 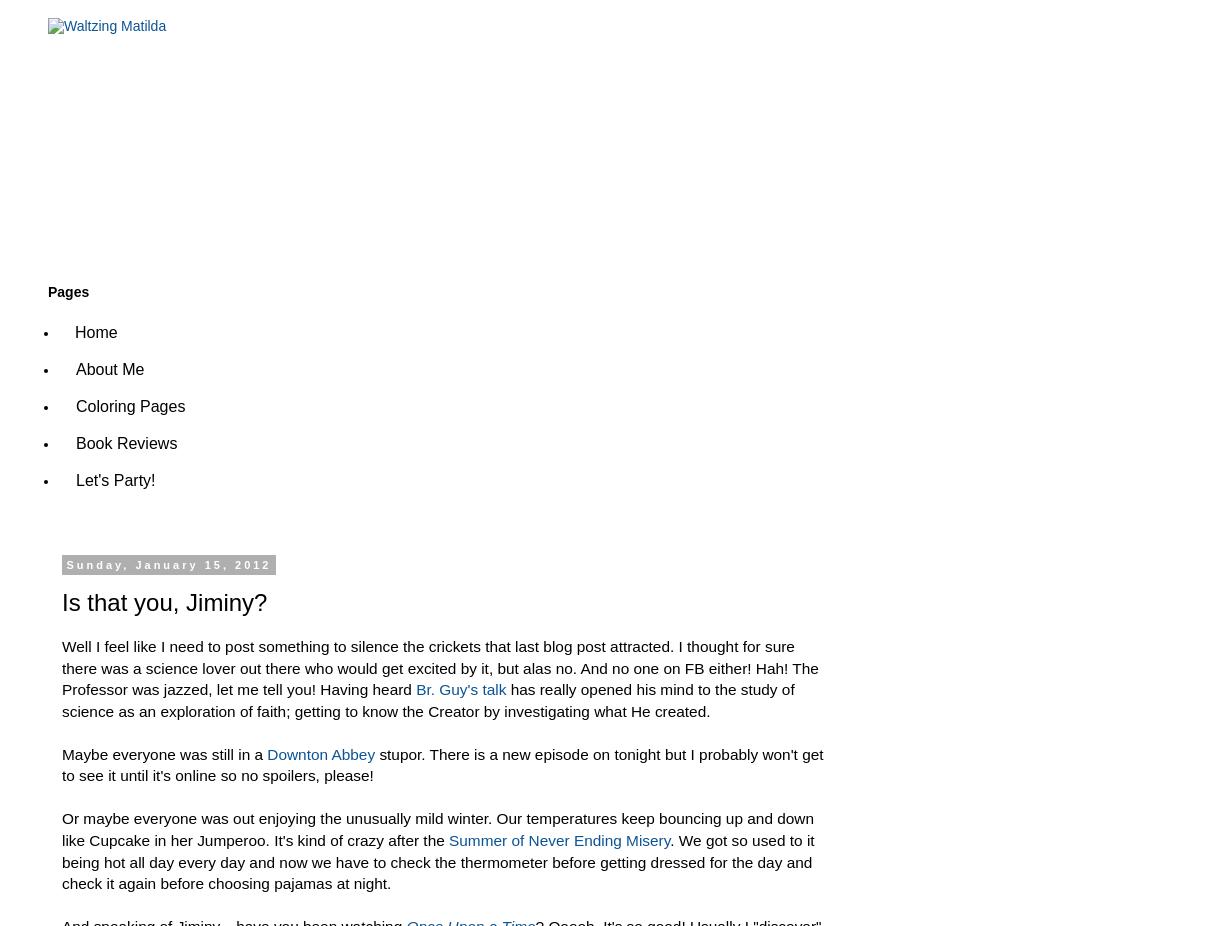 I want to click on 'Or maybe everyone was out enjoying the unusually mild winter. Our temperatures keep bouncing up and down like Cupcake in her Jumperoo. It's kind of crazy after the', so click(x=437, y=829).